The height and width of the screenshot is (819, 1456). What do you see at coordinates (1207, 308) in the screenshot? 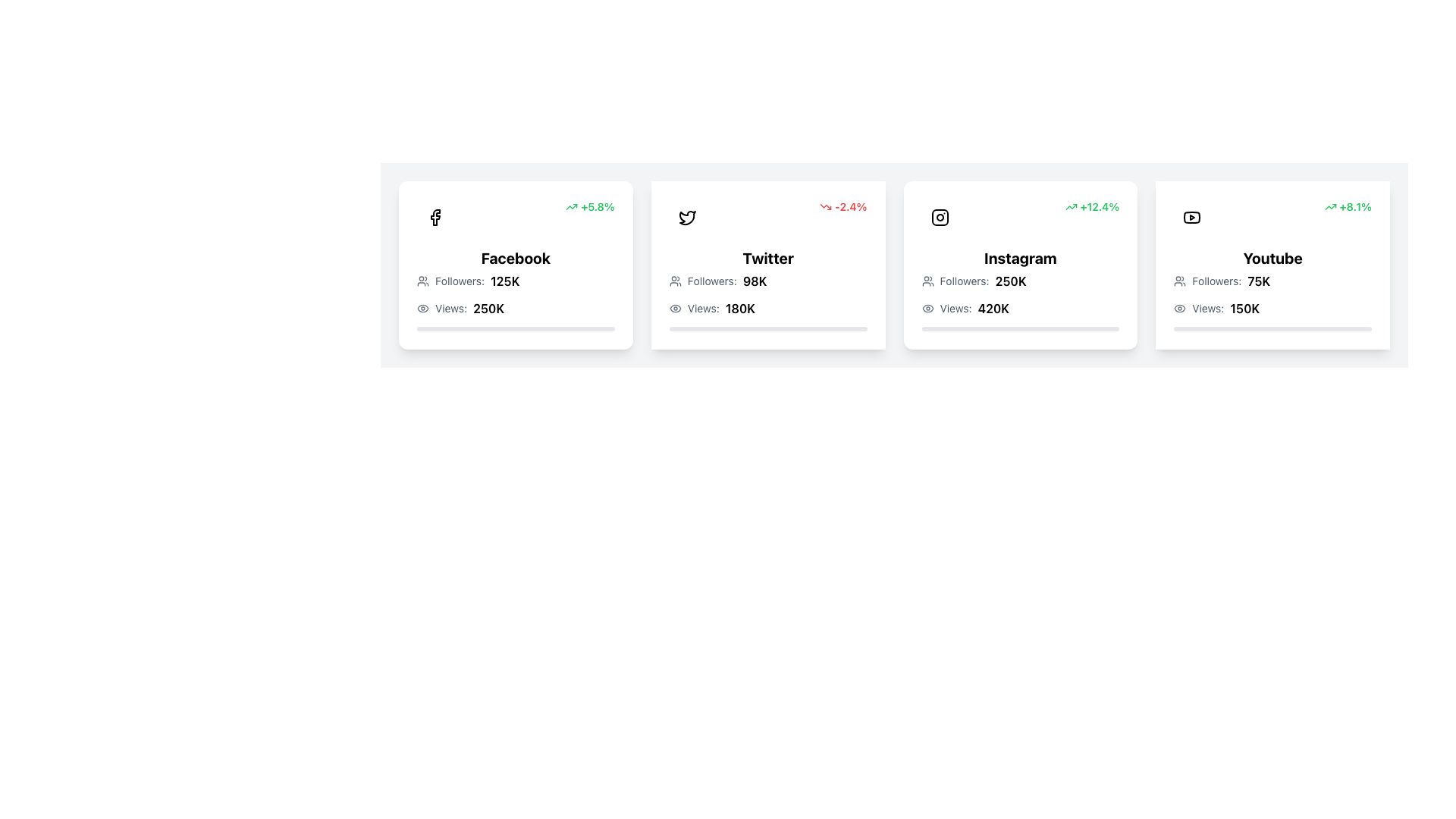
I see `text label displaying 'Views:' positioned to the left of the numeric value '150K' to understand its context` at bounding box center [1207, 308].